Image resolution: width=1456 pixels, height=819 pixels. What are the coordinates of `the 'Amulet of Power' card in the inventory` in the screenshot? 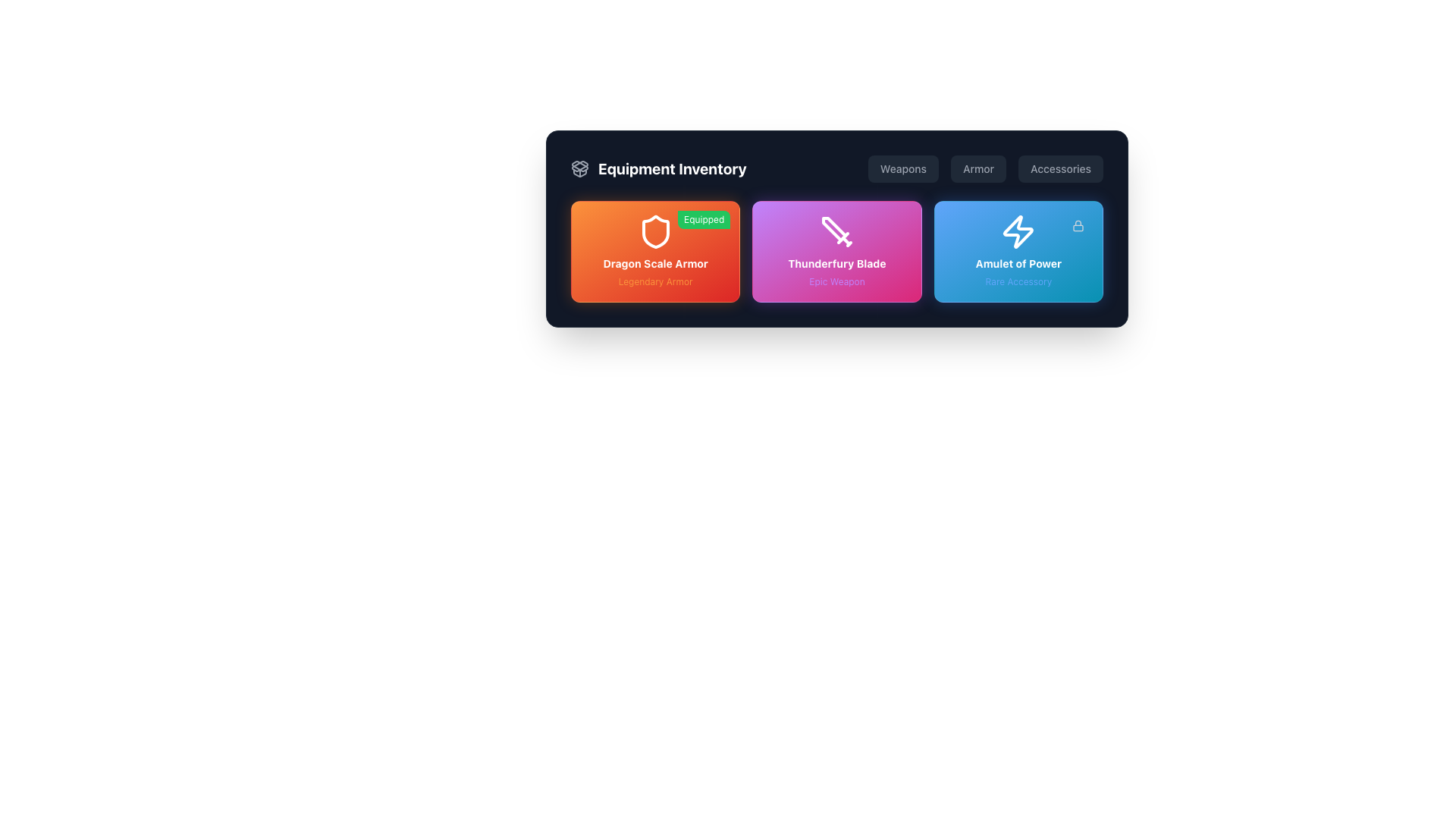 It's located at (1018, 250).